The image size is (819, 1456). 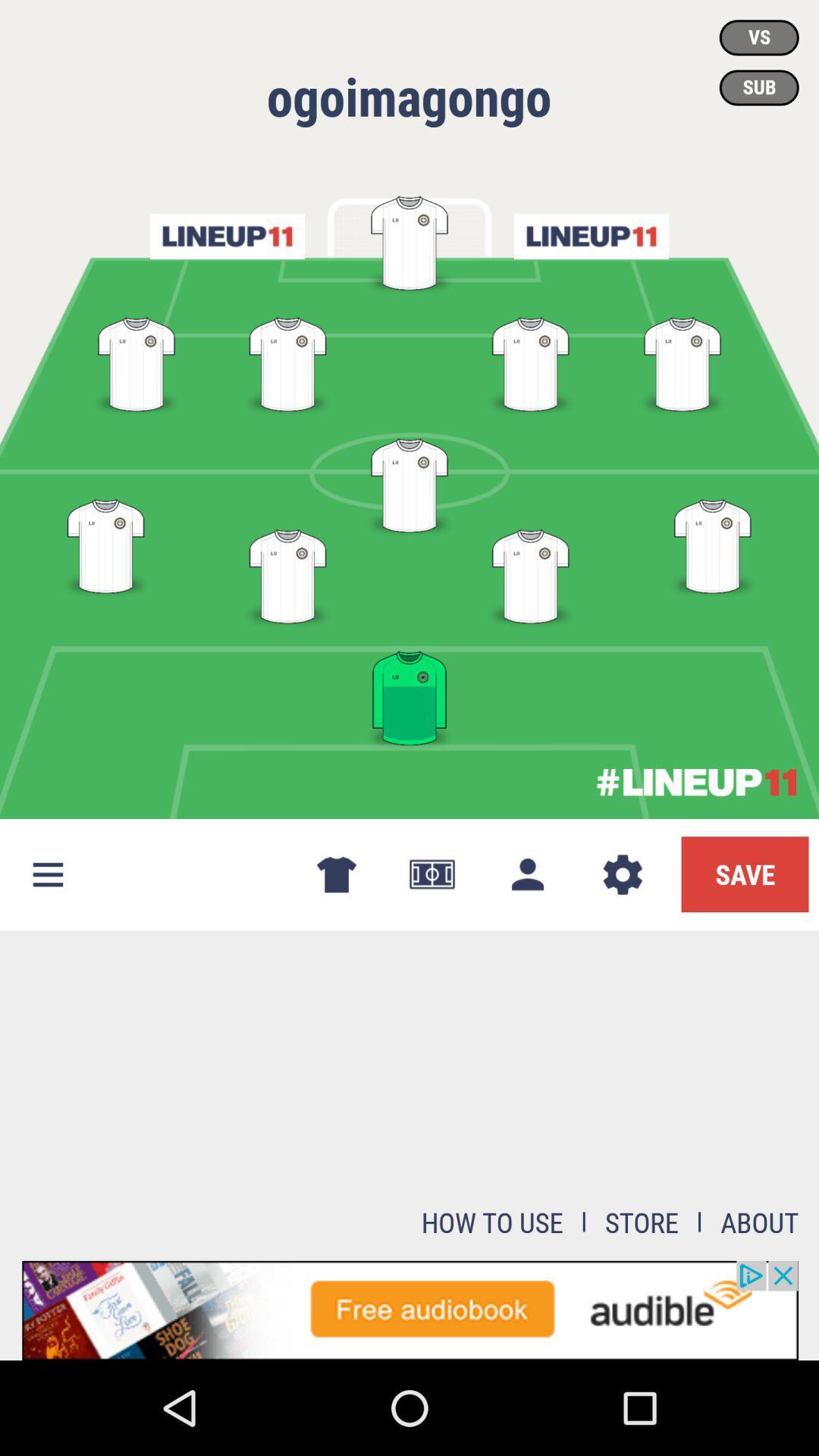 I want to click on the shirt option which is in the bottom row, so click(x=409, y=695).